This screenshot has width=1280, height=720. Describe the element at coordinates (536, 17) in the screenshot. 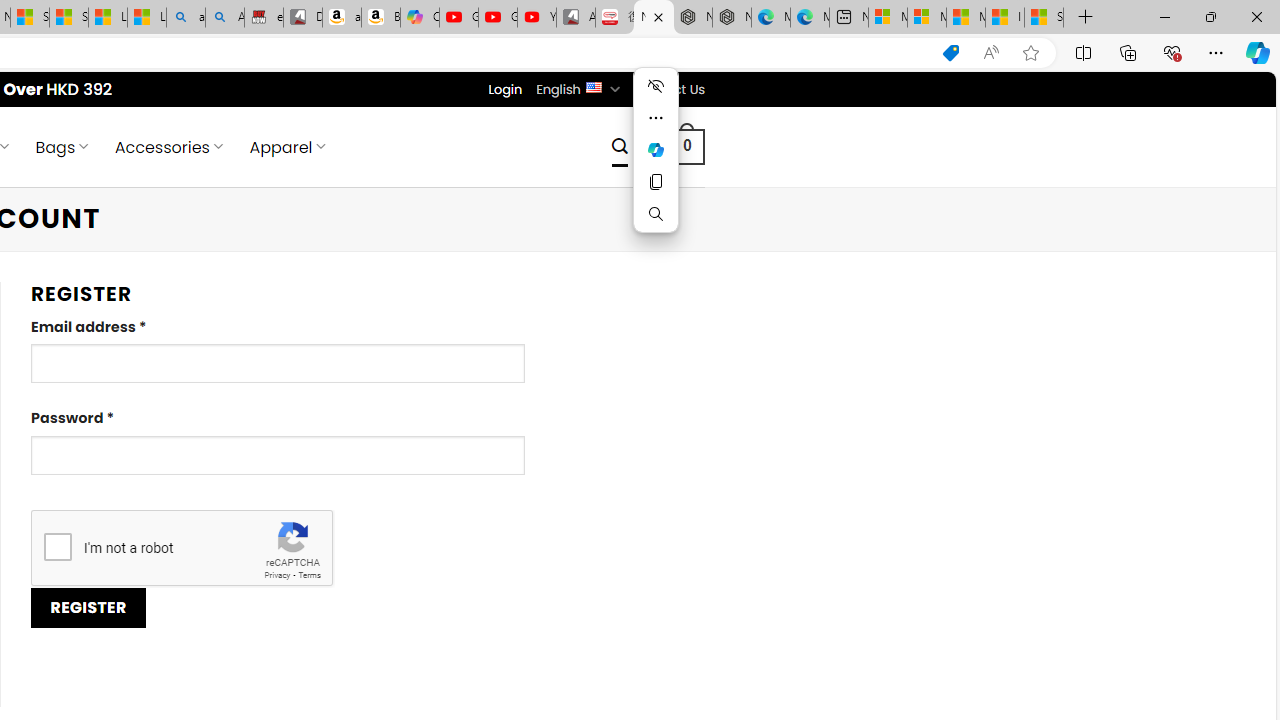

I see `'YouTube Kids - An App Created for Kids to Explore Content'` at that location.